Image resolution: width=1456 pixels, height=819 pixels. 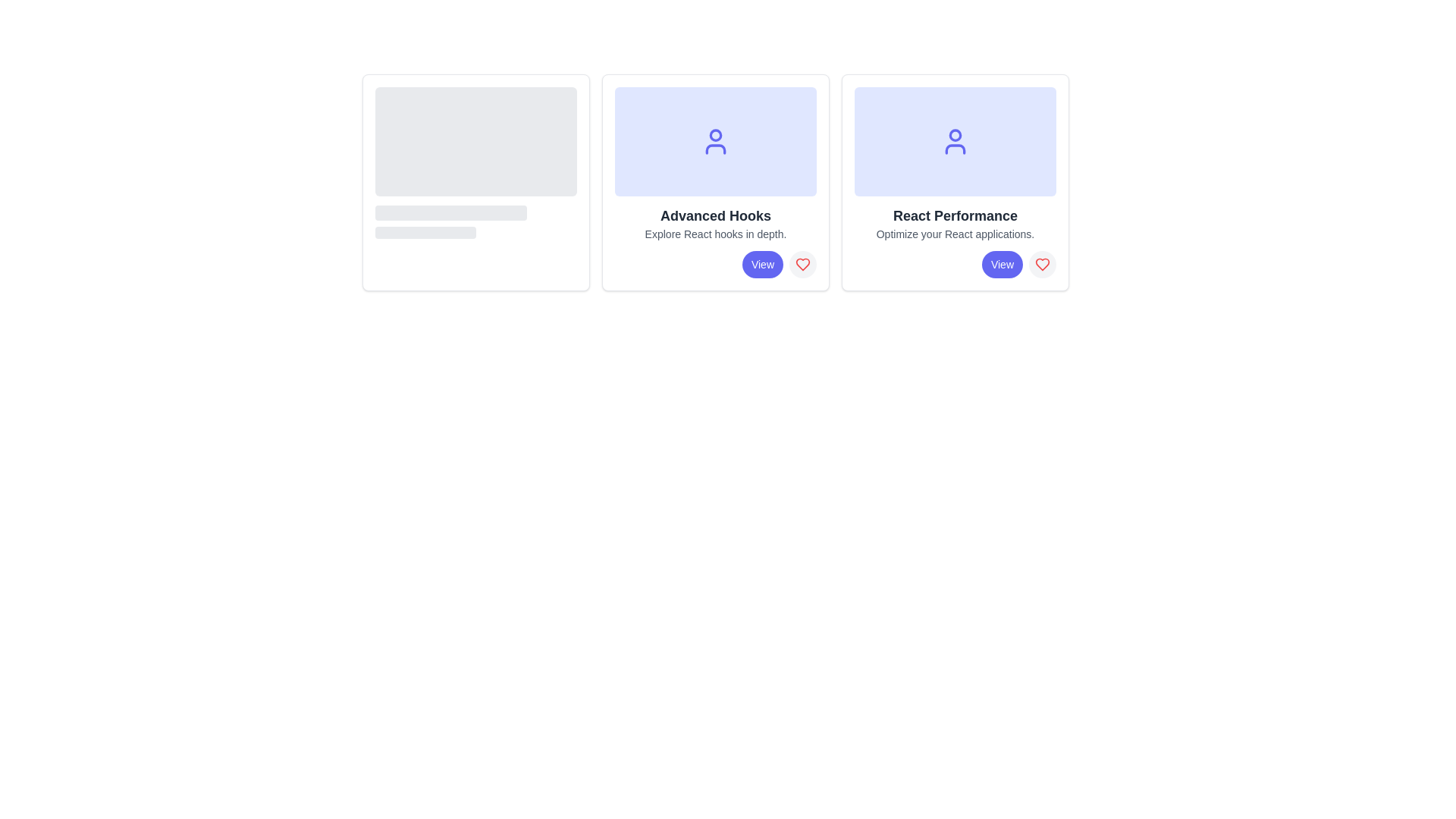 I want to click on the Placeholder Card located in the top-left corner of a grid layout, which features a white background, rounded corners, and a gray placeholder image area, so click(x=475, y=181).